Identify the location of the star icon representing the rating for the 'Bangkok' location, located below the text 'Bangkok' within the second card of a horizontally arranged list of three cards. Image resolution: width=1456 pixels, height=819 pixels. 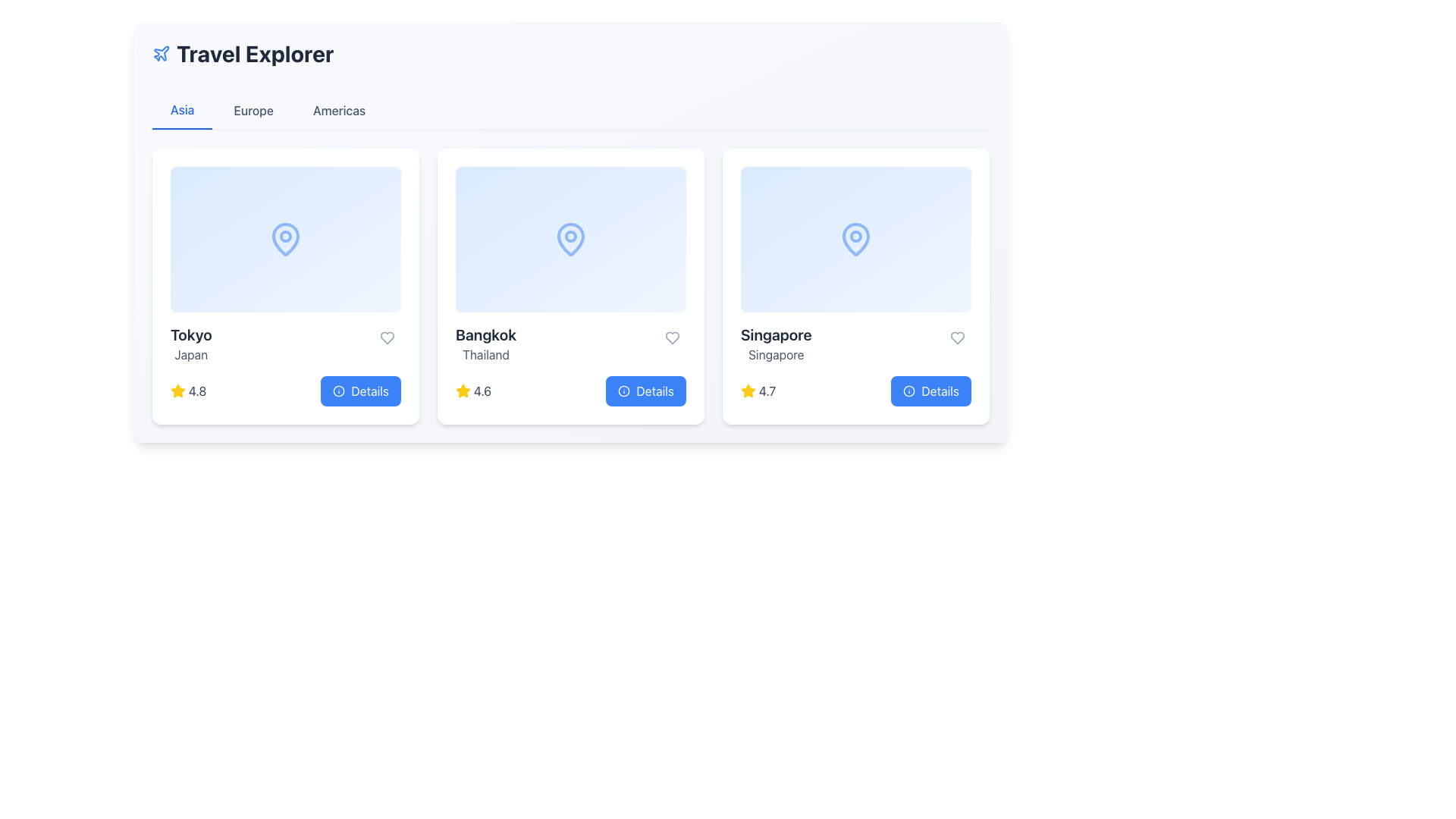
(462, 390).